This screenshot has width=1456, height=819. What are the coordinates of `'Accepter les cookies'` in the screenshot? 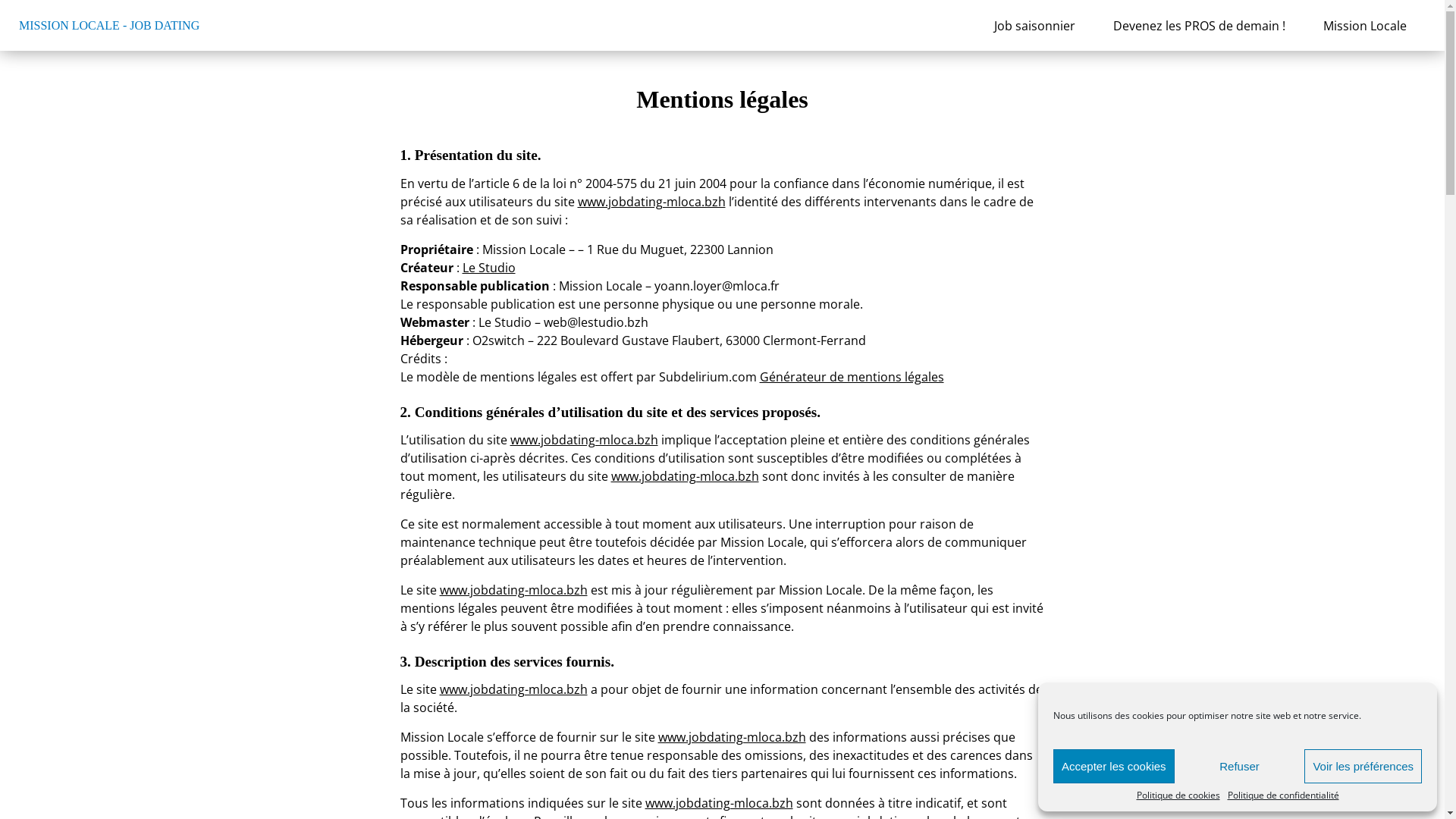 It's located at (1113, 766).